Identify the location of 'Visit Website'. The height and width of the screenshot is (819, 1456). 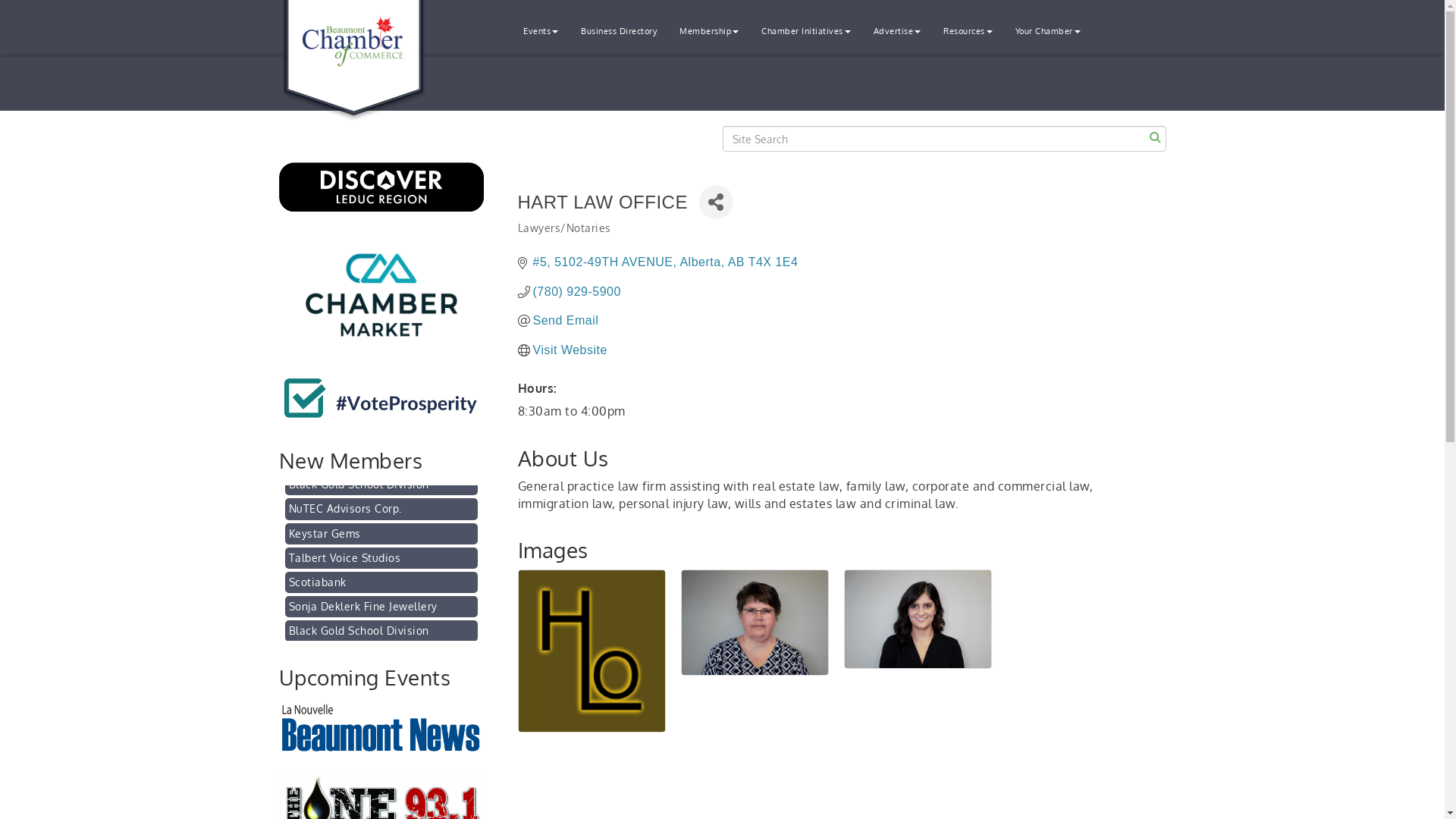
(568, 350).